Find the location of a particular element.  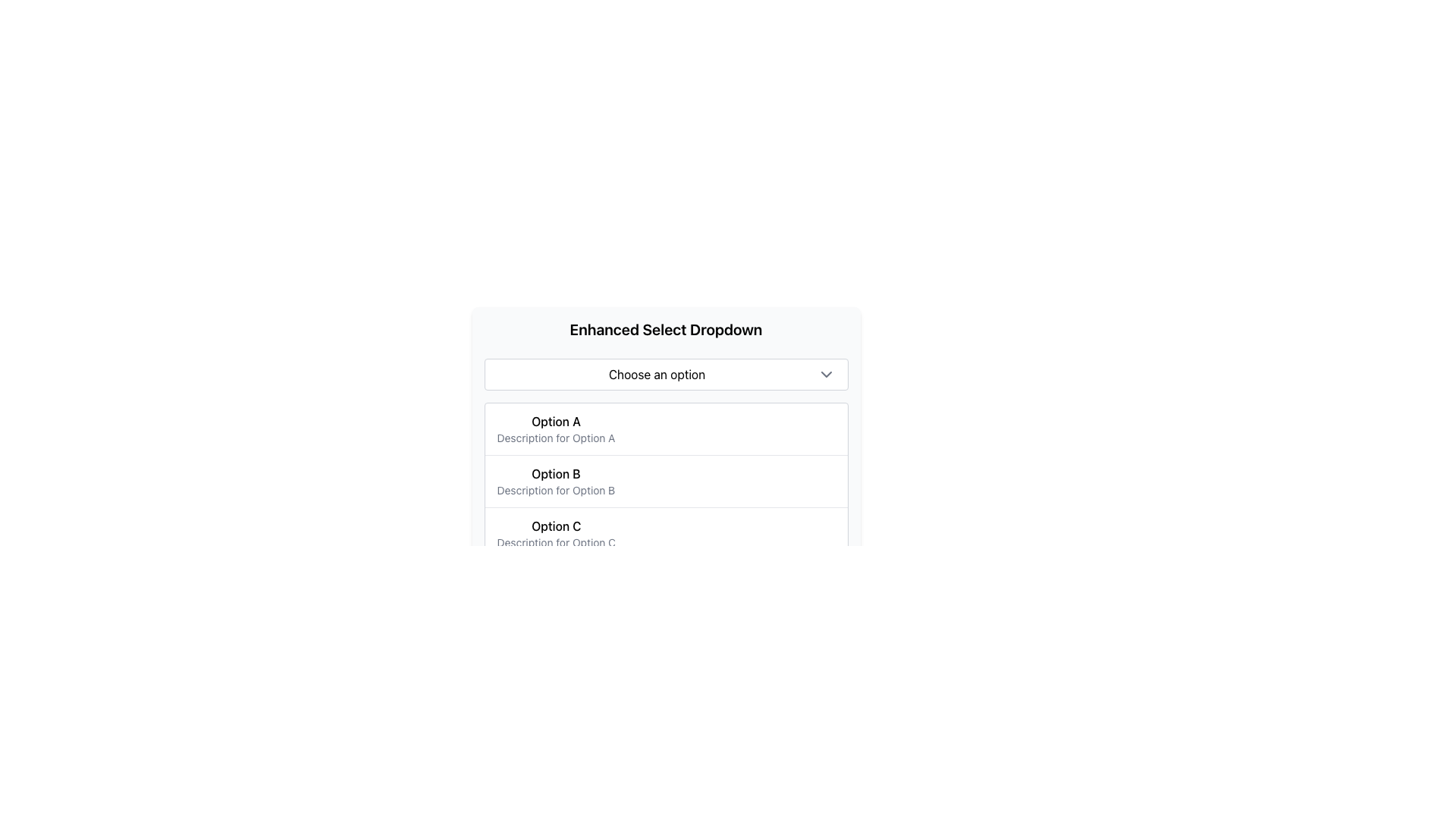

the list item containing 'Option C' is located at coordinates (666, 532).